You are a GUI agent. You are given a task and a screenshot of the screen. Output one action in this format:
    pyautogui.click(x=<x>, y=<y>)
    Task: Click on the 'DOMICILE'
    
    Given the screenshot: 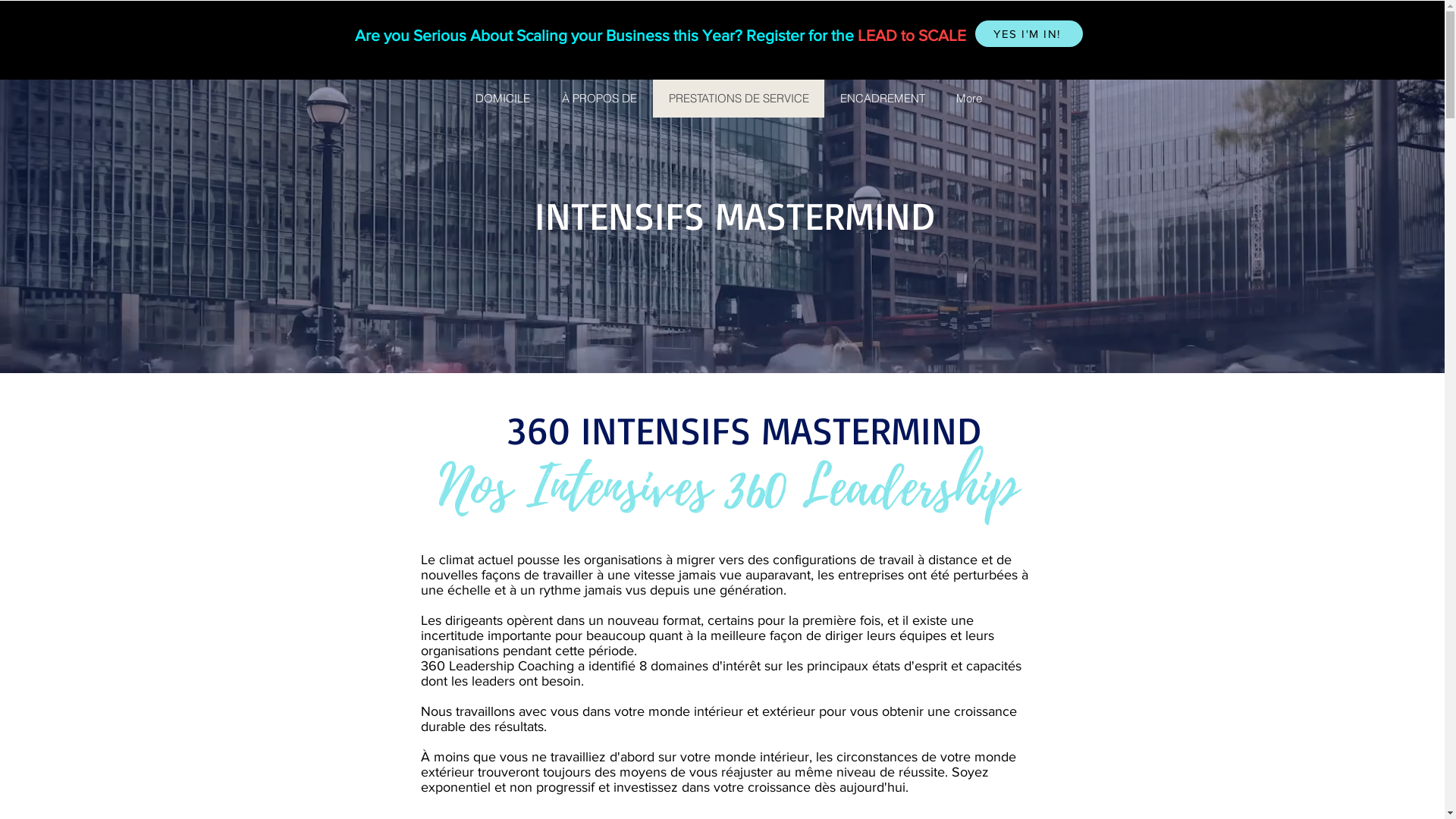 What is the action you would take?
    pyautogui.click(x=502, y=99)
    